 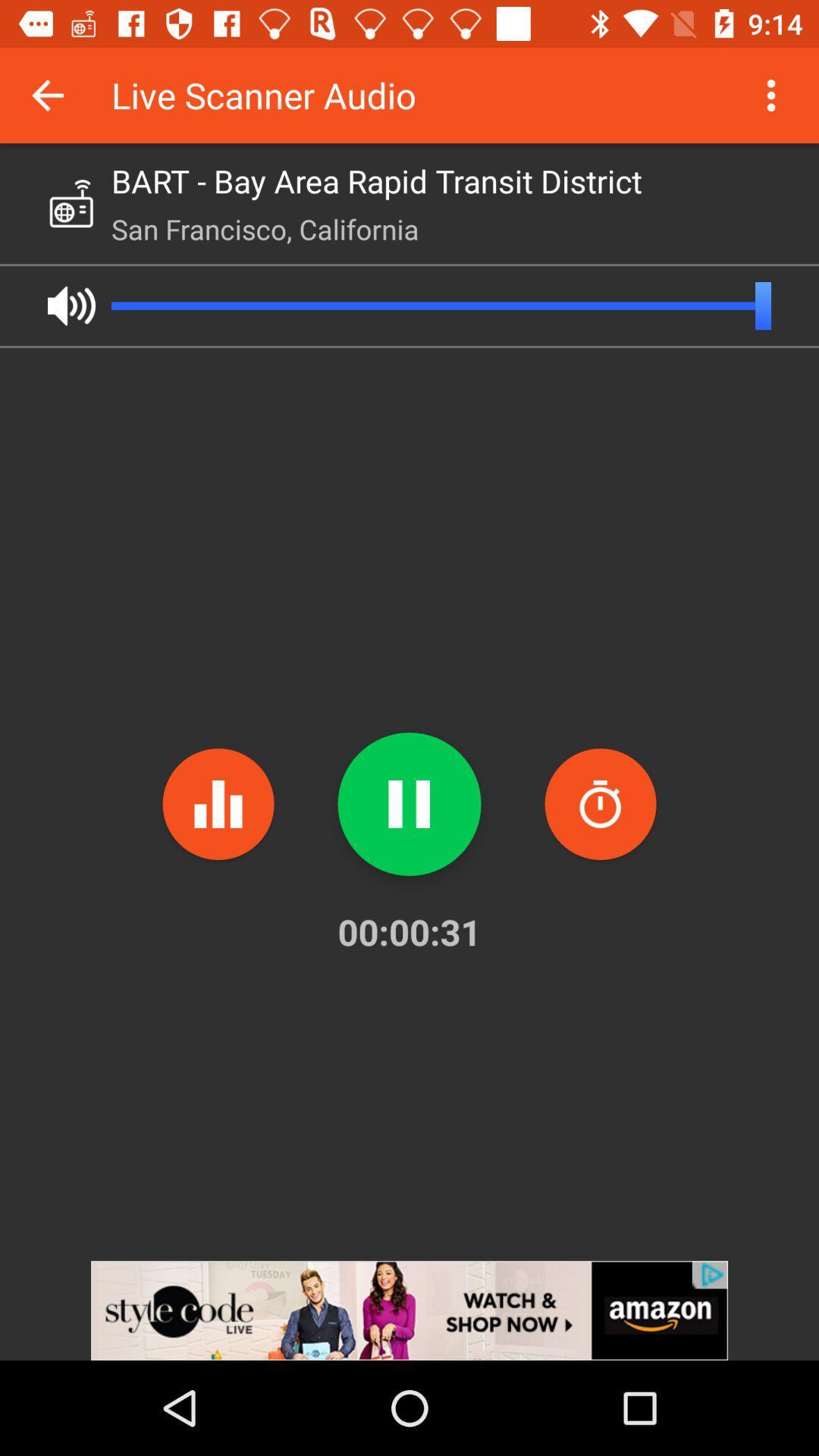 I want to click on clock, so click(x=599, y=803).